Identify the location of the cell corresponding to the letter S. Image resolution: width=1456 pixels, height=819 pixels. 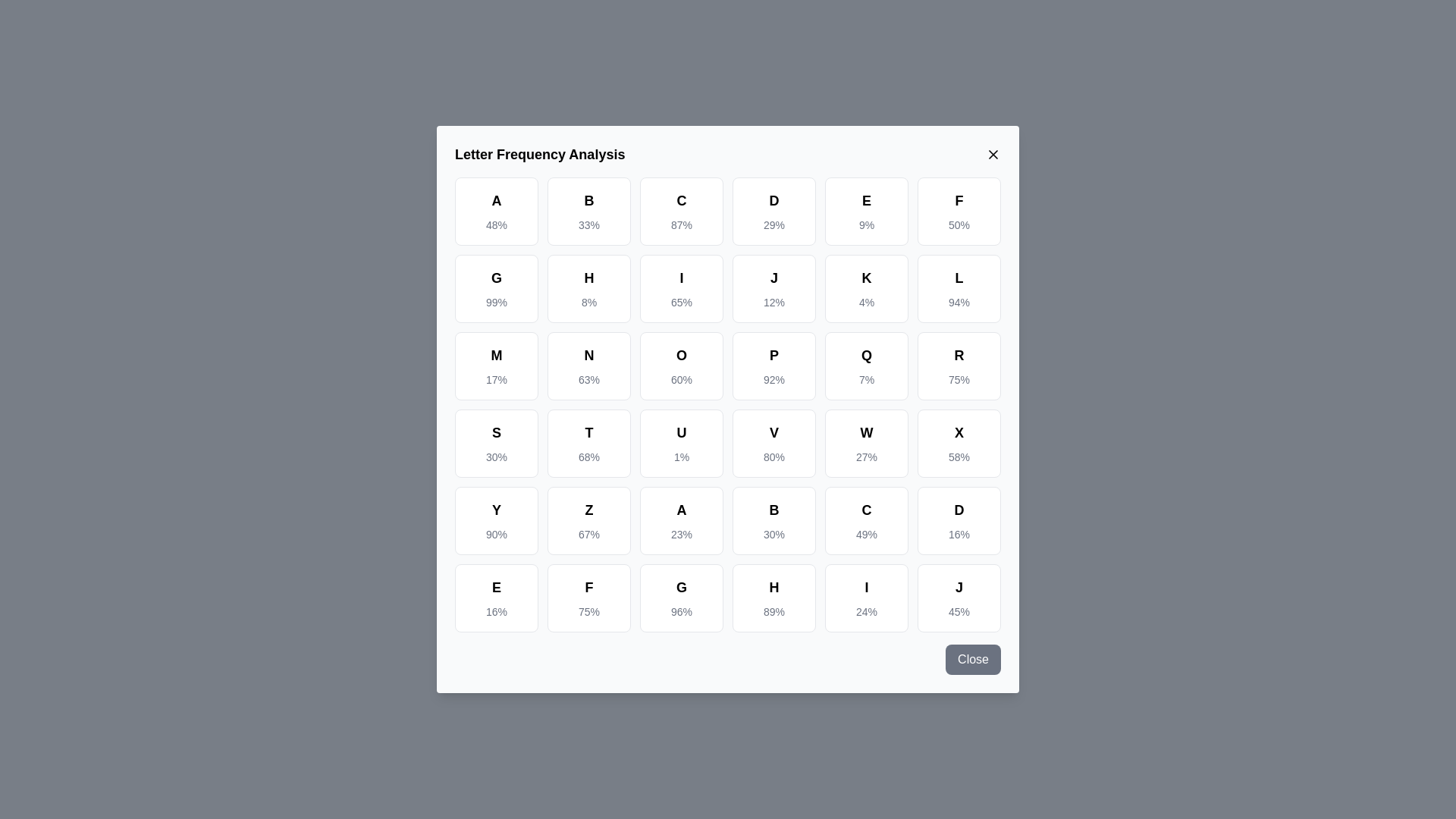
(496, 444).